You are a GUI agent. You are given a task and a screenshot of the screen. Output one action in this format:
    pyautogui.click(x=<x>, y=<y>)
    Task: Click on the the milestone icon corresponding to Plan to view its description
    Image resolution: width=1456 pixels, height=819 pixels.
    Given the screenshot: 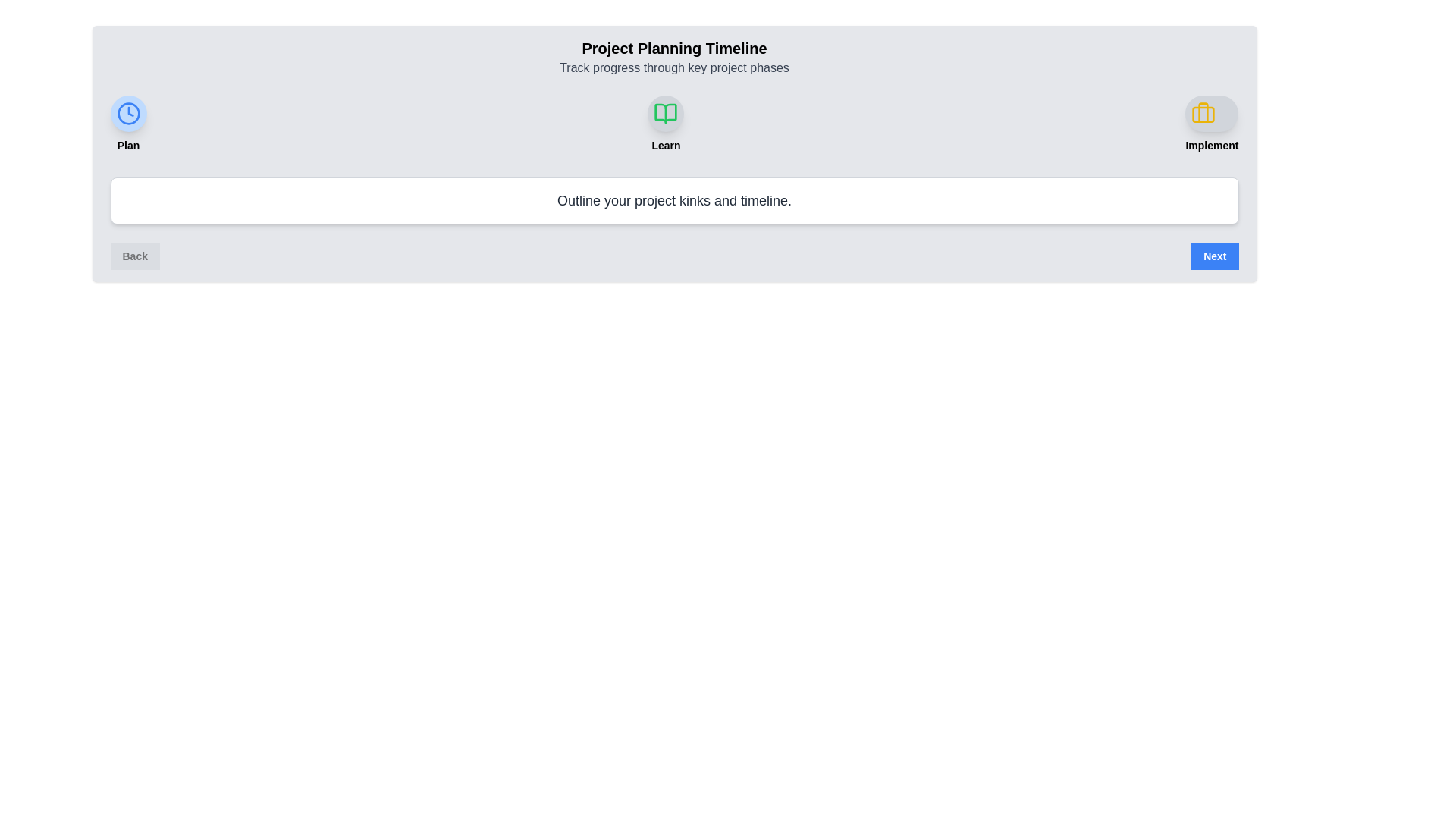 What is the action you would take?
    pyautogui.click(x=128, y=113)
    